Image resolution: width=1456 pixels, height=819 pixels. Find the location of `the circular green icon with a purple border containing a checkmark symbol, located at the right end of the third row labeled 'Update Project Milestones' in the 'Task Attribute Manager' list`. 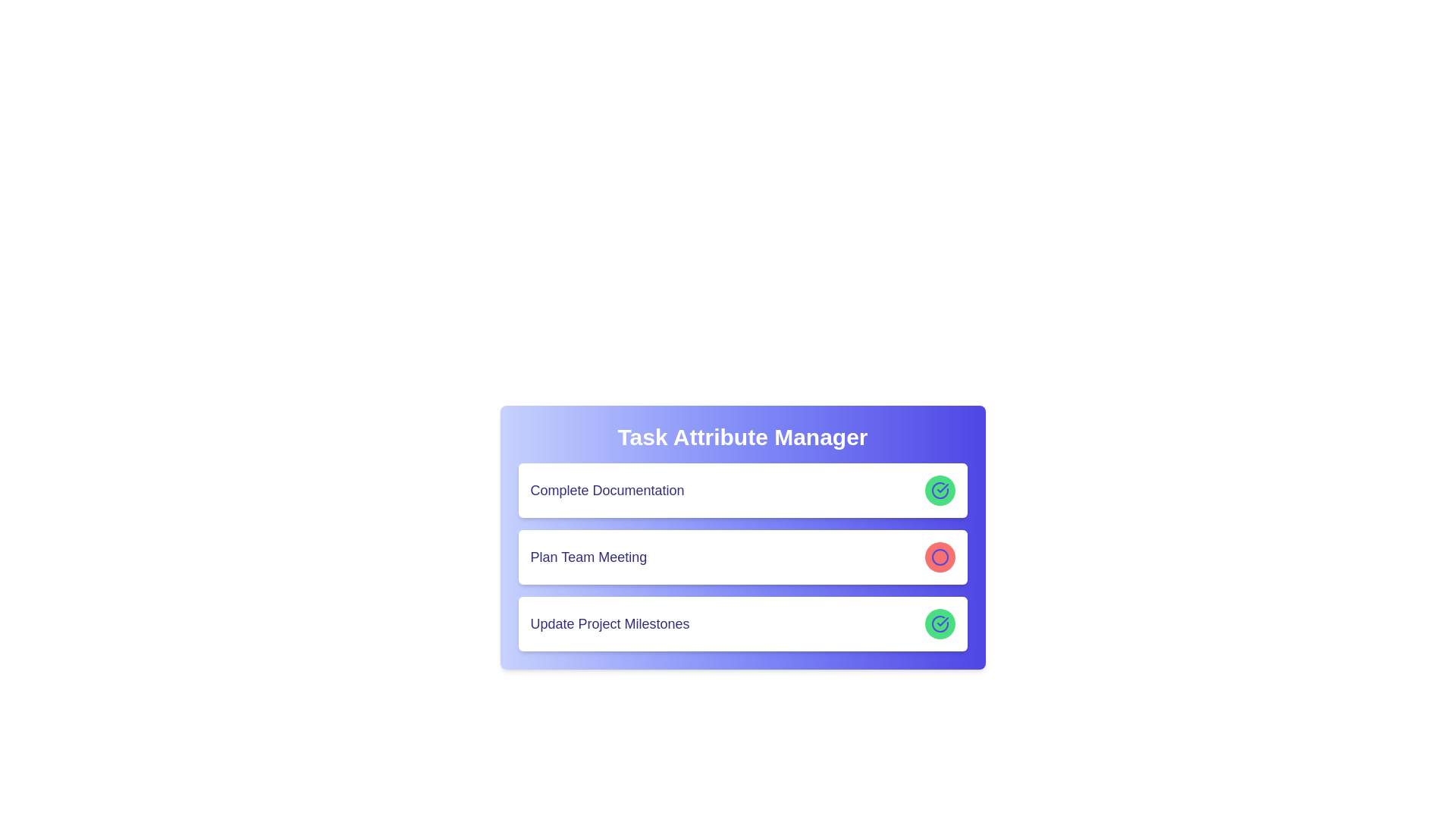

the circular green icon with a purple border containing a checkmark symbol, located at the right end of the third row labeled 'Update Project Milestones' in the 'Task Attribute Manager' list is located at coordinates (939, 623).